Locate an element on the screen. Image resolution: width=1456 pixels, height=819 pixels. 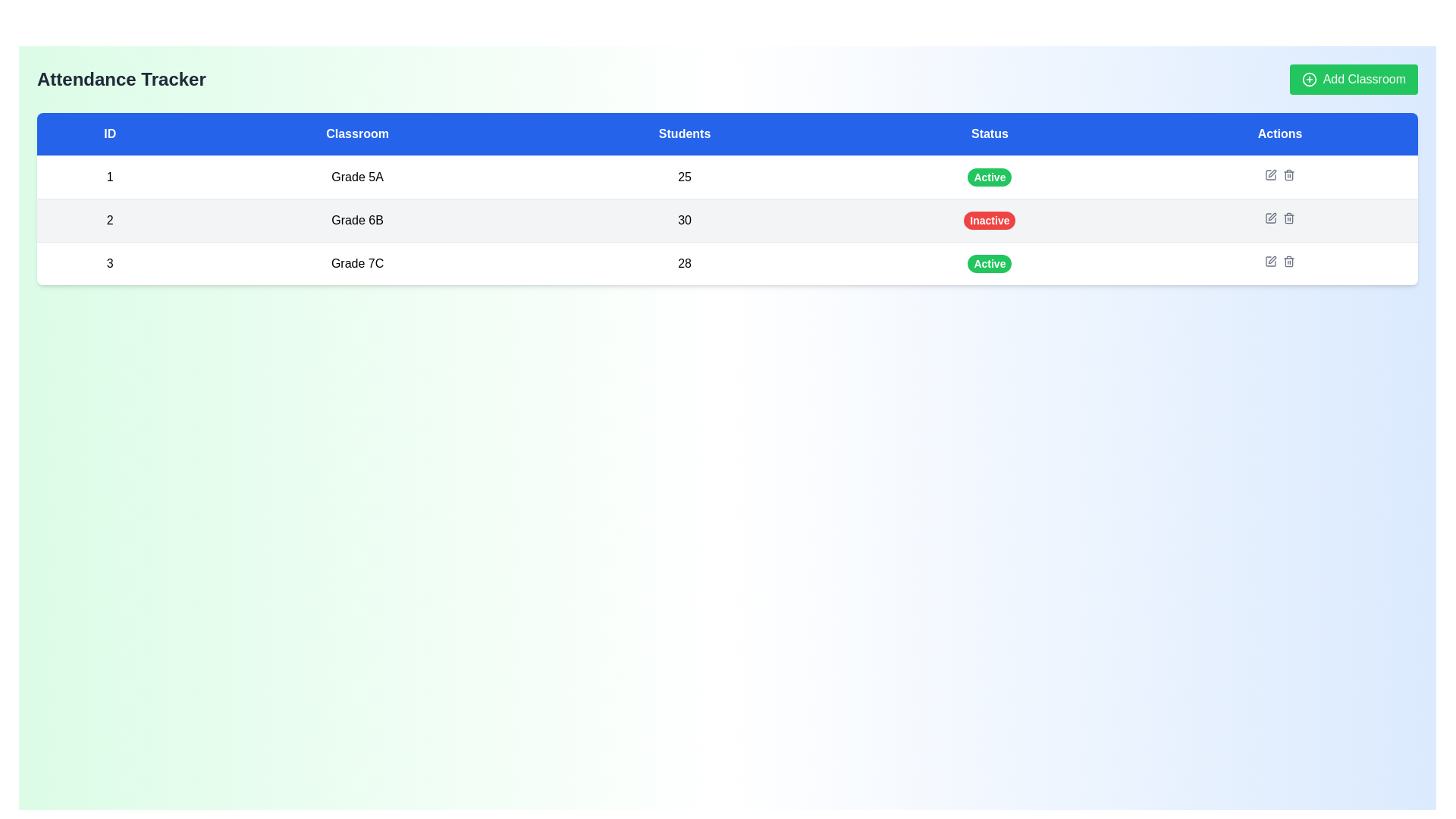
the status label indicating the active status of an entity located in the fourth column of the first row of the table is located at coordinates (990, 177).